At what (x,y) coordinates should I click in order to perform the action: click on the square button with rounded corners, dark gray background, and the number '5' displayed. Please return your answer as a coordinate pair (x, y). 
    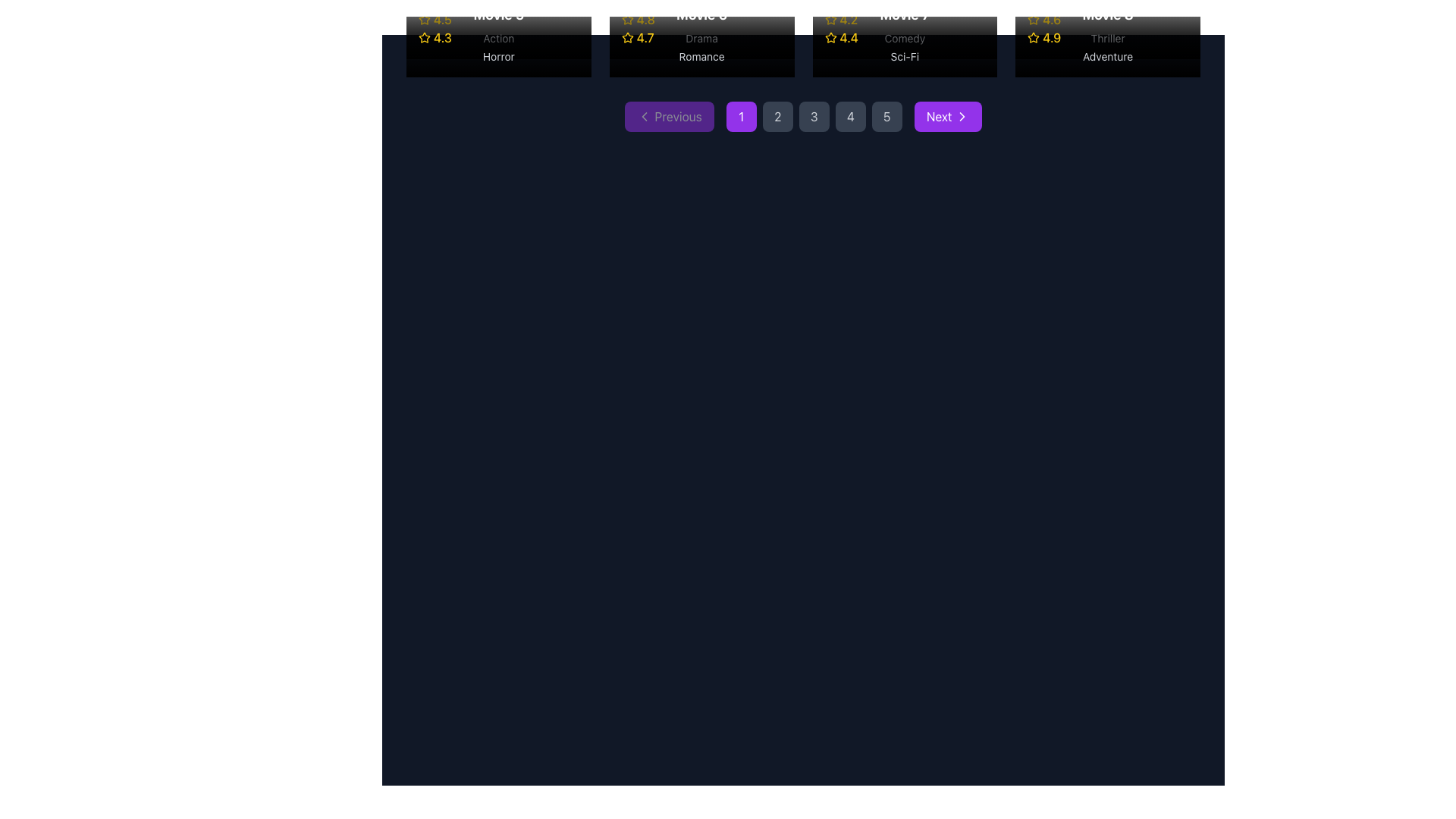
    Looking at the image, I should click on (886, 116).